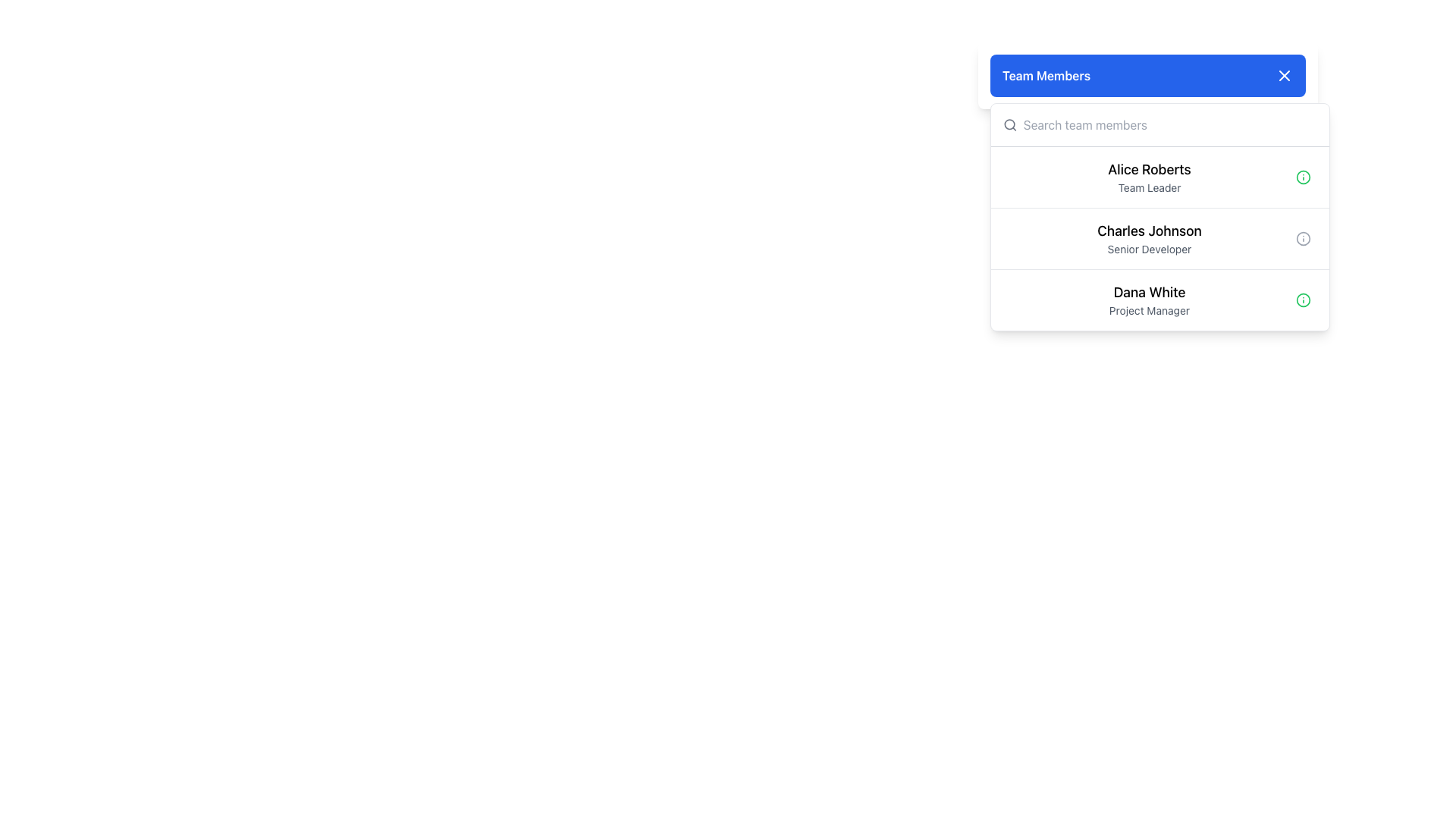  What do you see at coordinates (1302, 177) in the screenshot?
I see `the circular green icon with a white border containing an informational symbol located to the far right of 'Alice Roberts Team Leader'` at bounding box center [1302, 177].